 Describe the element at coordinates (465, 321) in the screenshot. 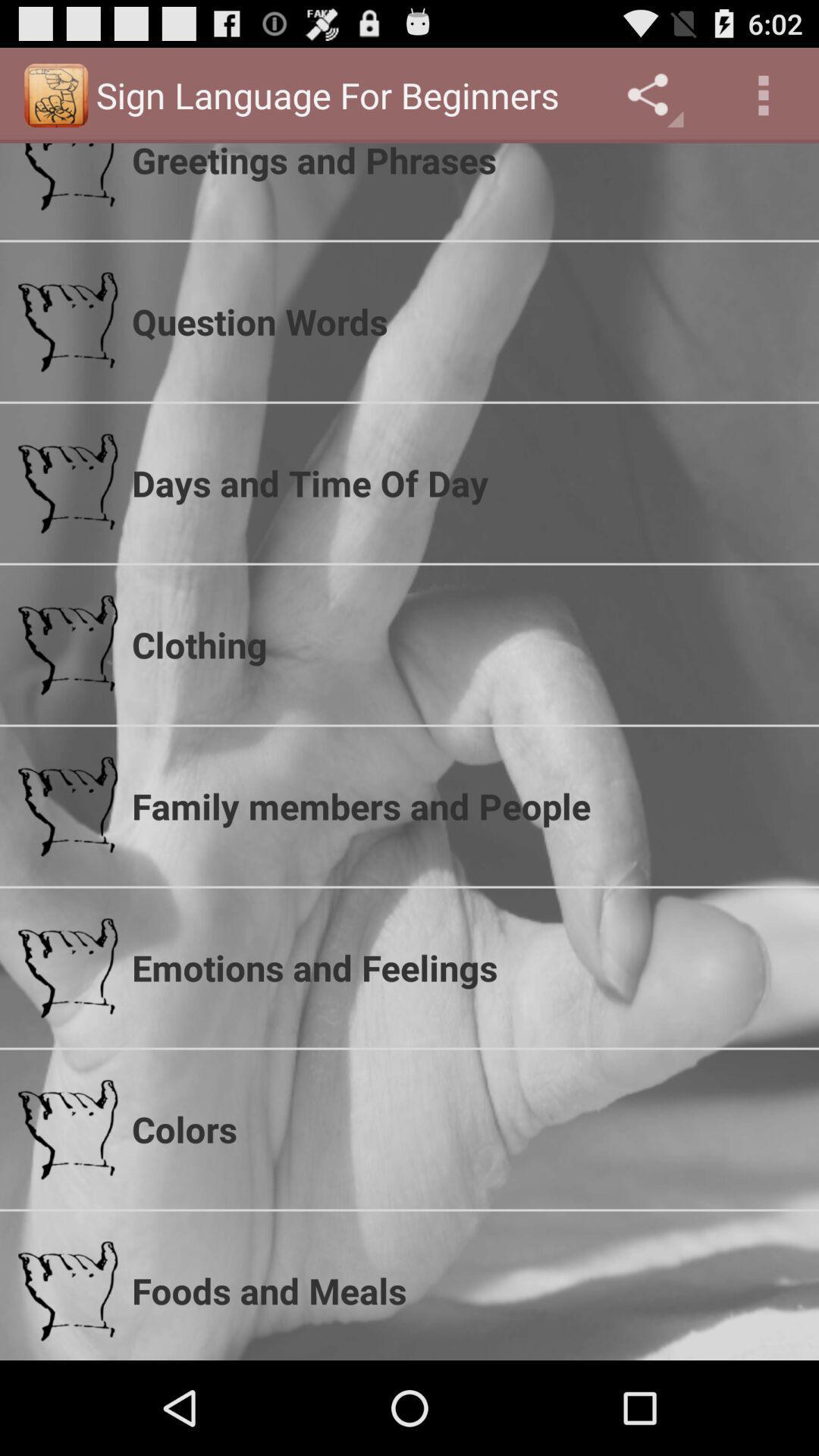

I see `icon above the days and time app` at that location.